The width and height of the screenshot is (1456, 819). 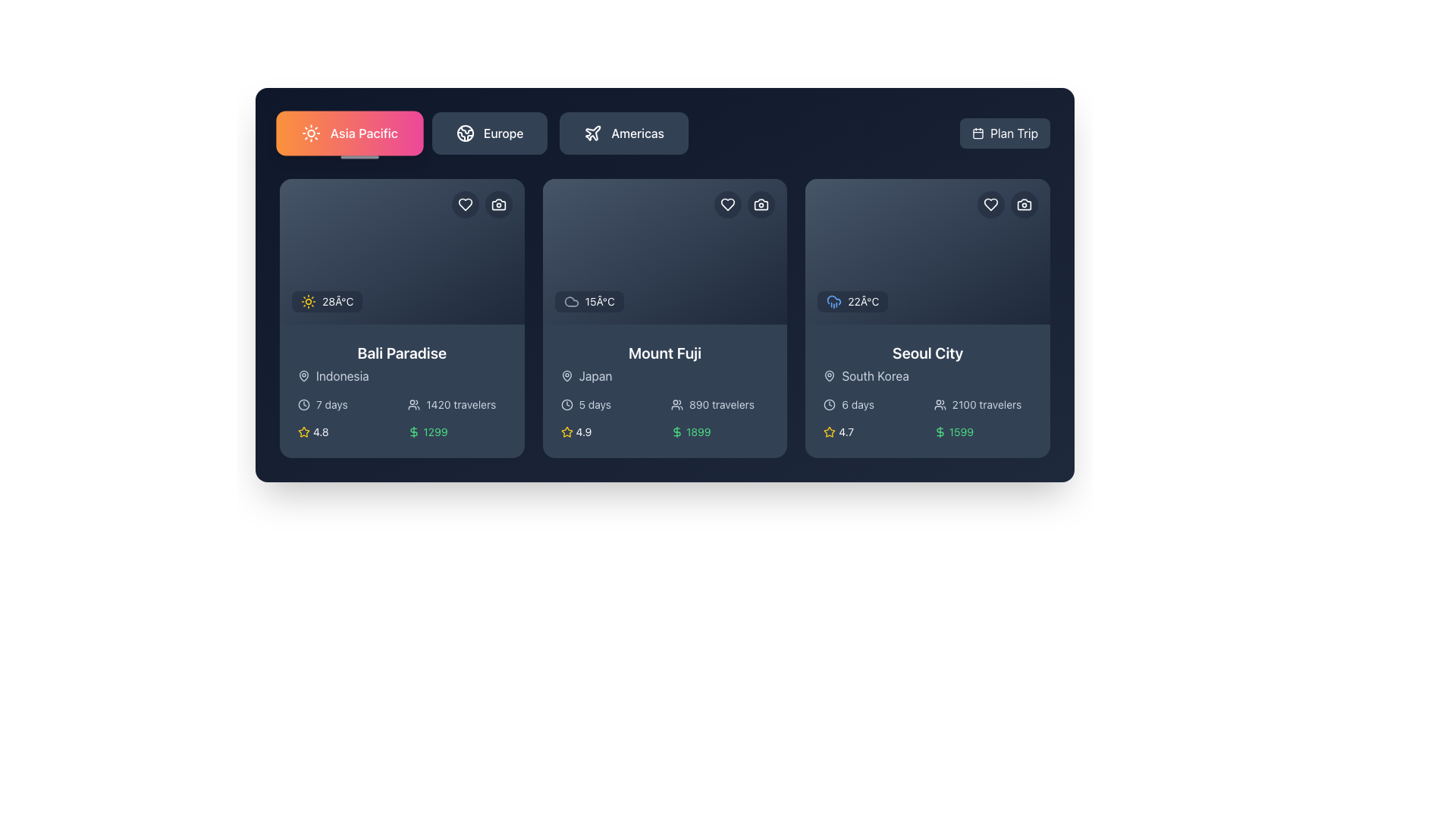 I want to click on the circular button with a dark slate background and white camera icon located in the top-right corner of the 'Seoul City' card, so click(x=1024, y=205).